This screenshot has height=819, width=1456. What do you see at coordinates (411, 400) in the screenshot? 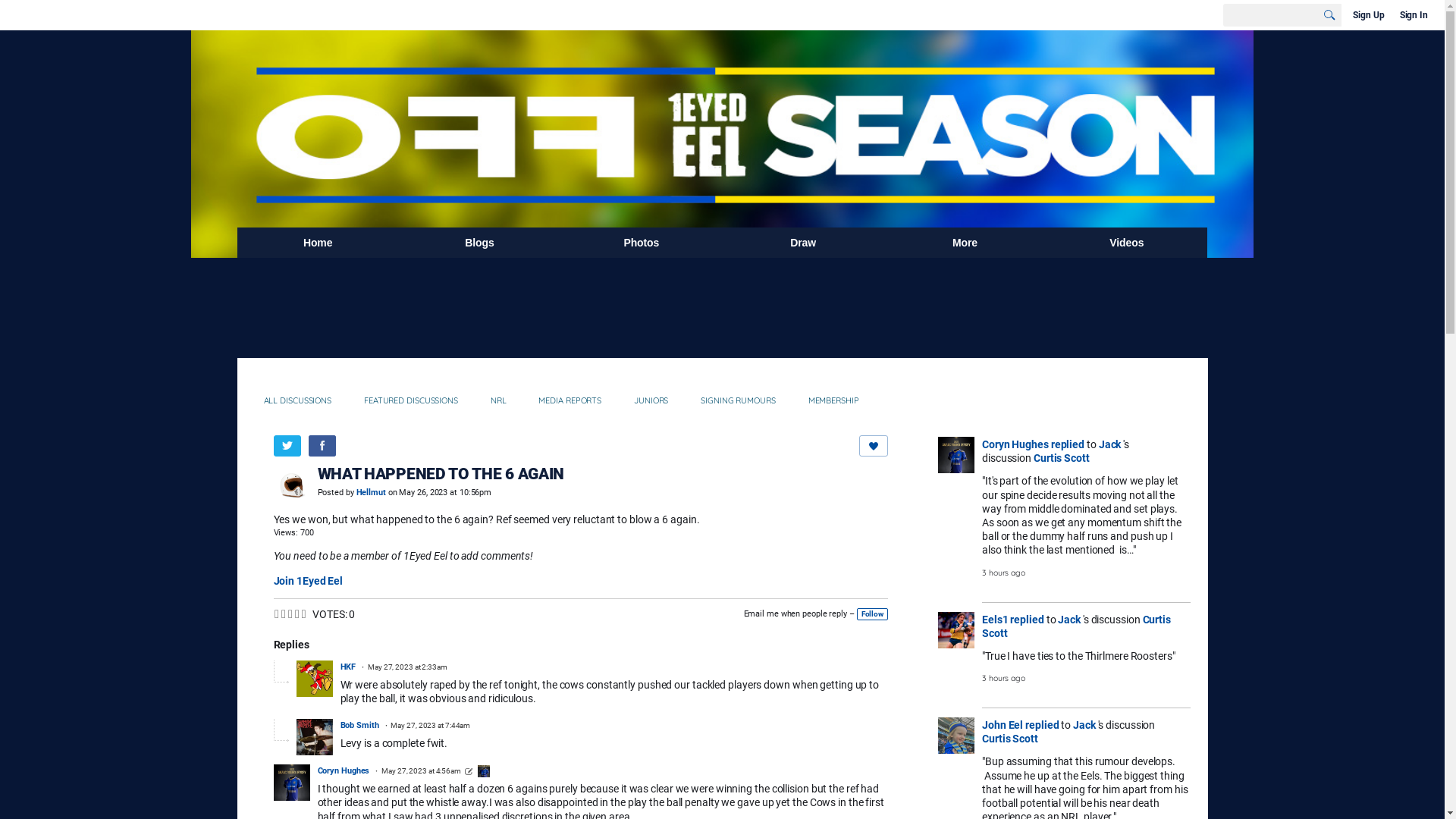
I see `'FEATURED DISCUSSIONS'` at bounding box center [411, 400].